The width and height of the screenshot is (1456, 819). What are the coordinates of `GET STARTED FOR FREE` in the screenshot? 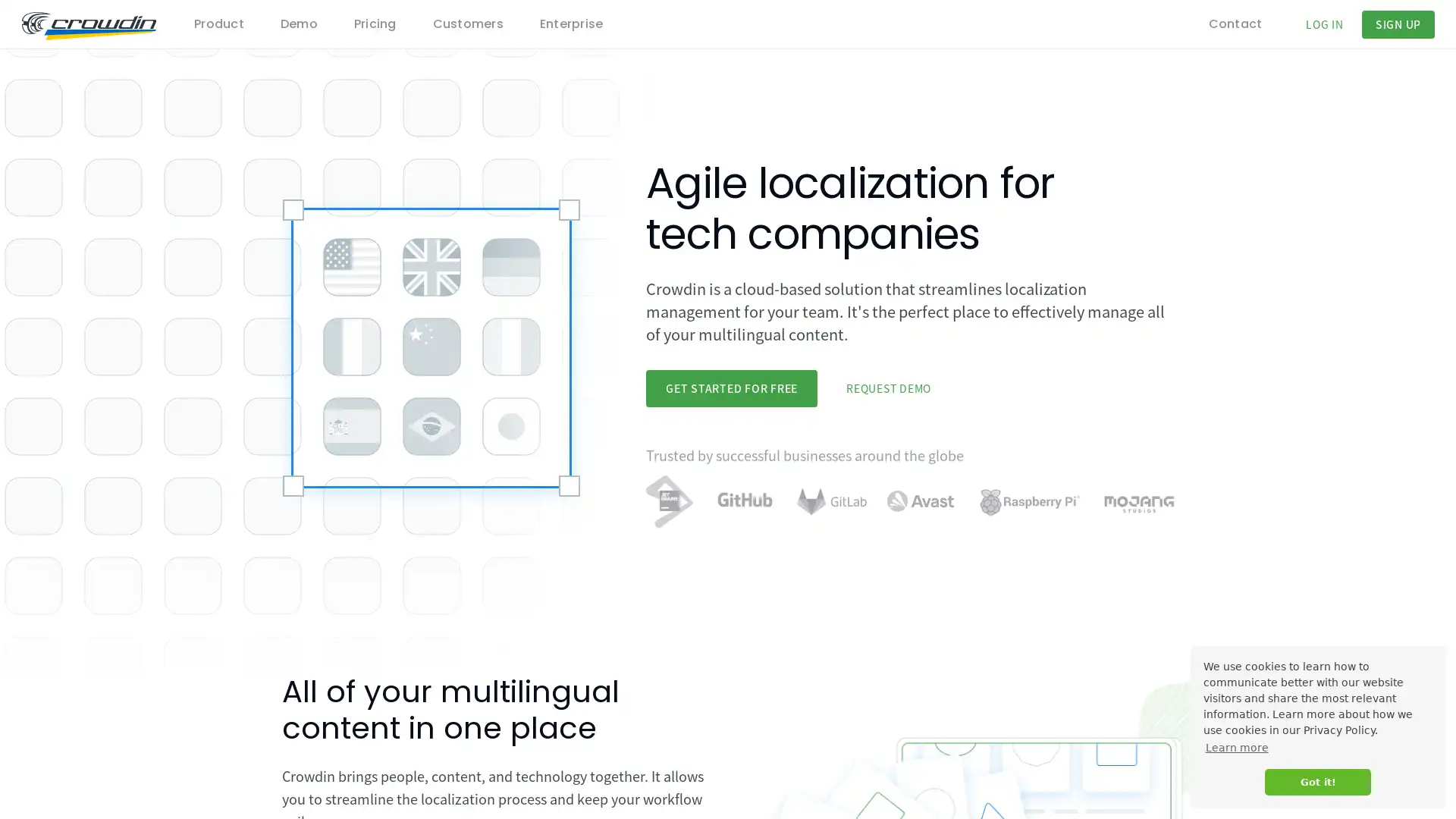 It's located at (731, 388).